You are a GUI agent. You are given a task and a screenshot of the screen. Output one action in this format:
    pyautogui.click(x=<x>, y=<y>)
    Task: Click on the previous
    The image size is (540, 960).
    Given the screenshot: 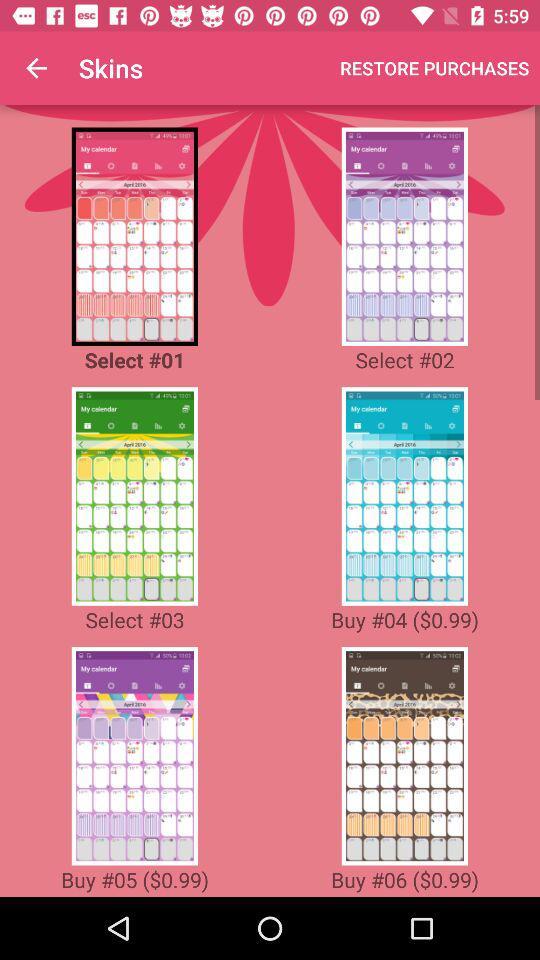 What is the action you would take?
    pyautogui.click(x=134, y=755)
    